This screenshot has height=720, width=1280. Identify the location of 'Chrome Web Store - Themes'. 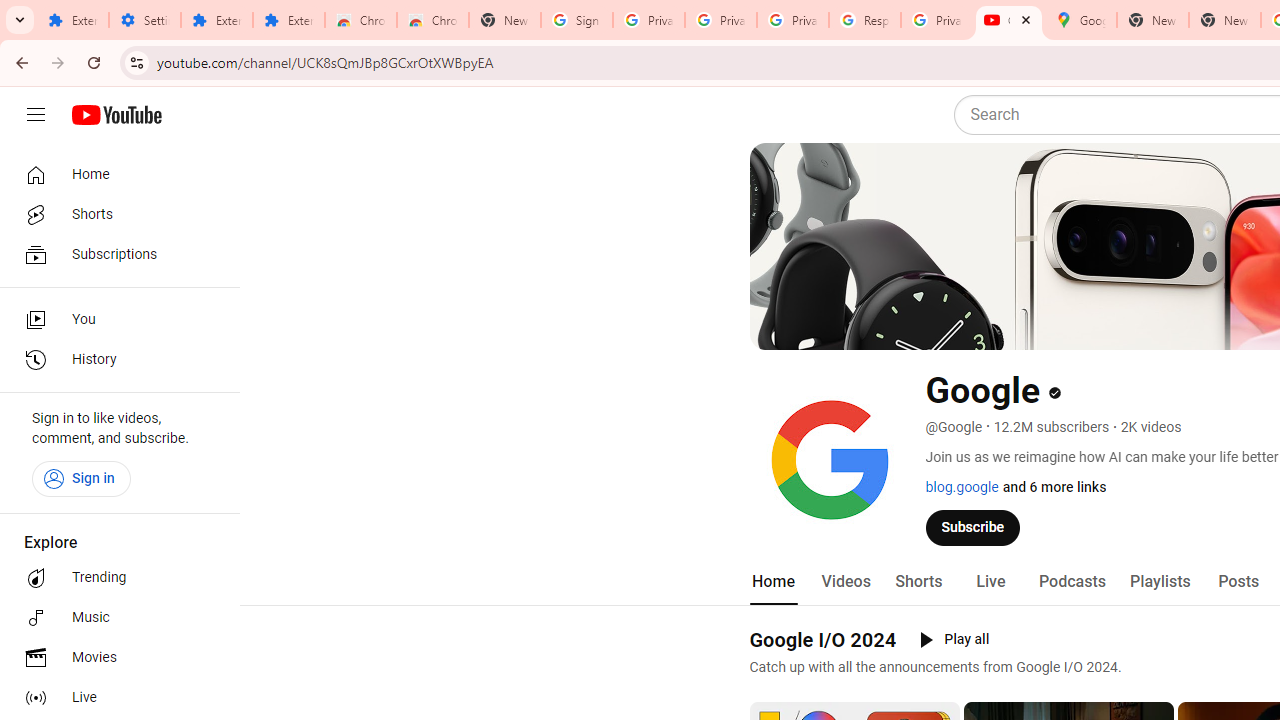
(431, 20).